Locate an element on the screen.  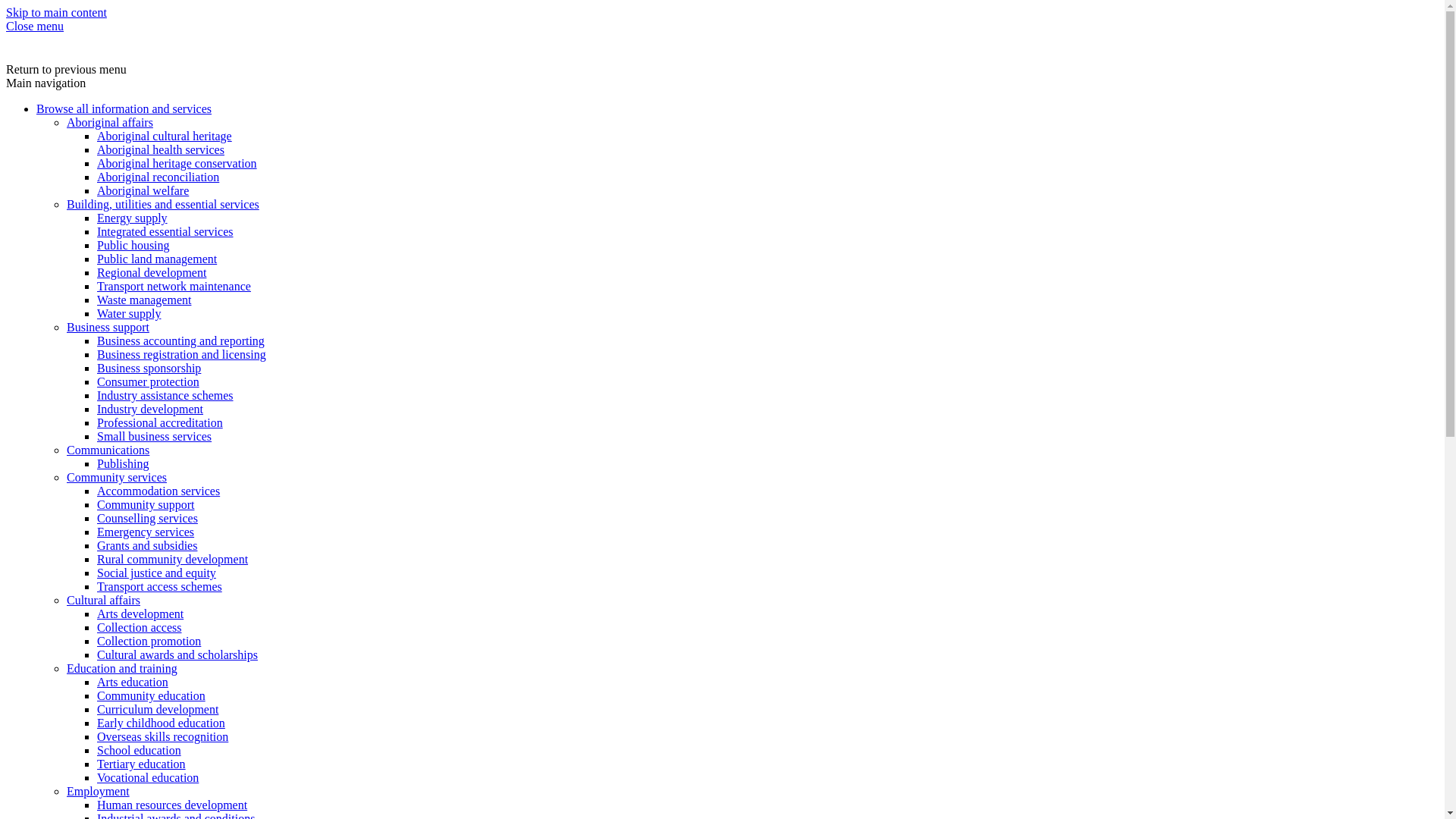
'Community education' is located at coordinates (151, 695).